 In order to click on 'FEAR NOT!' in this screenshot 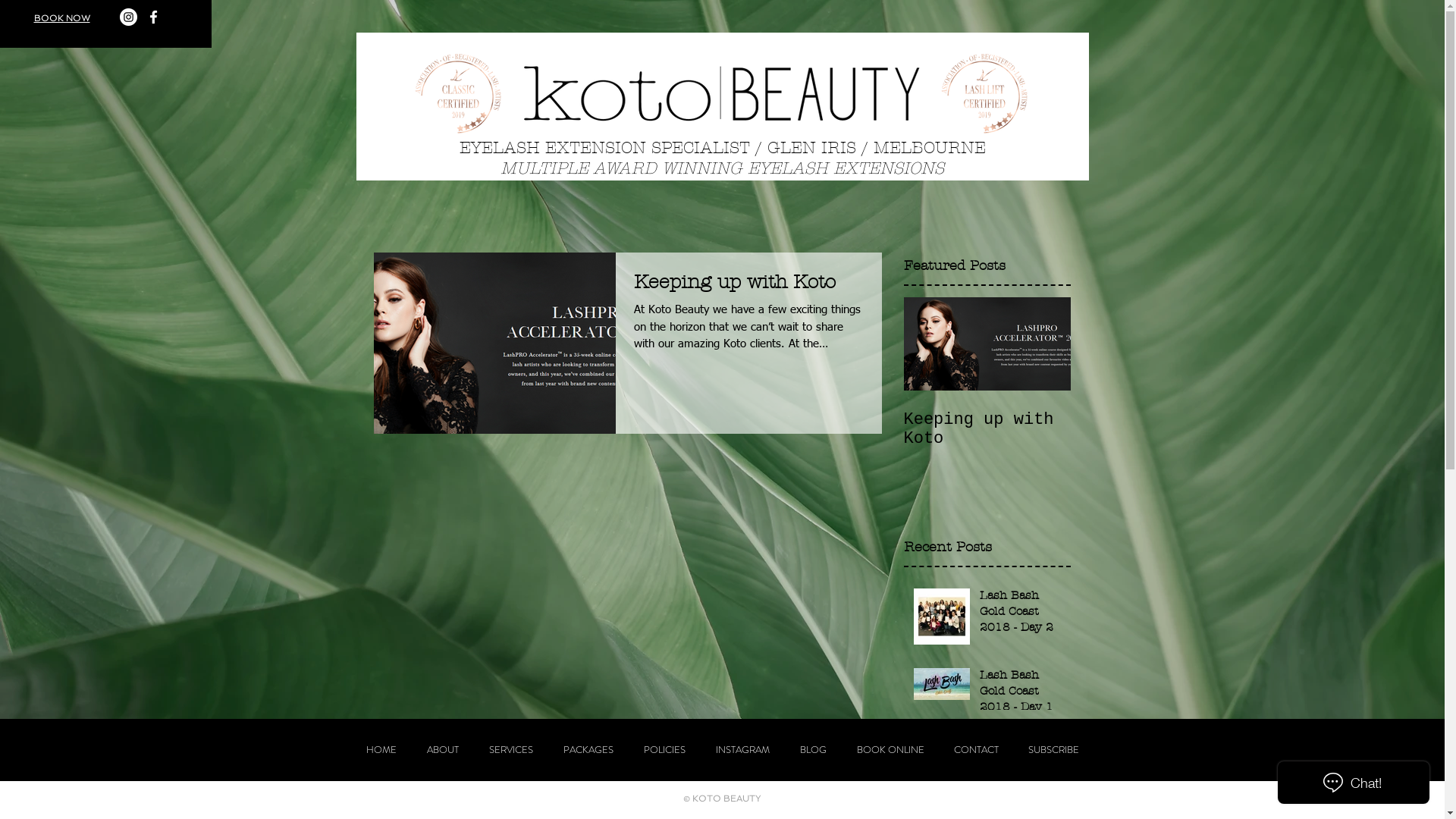, I will do `click(1020, 733)`.